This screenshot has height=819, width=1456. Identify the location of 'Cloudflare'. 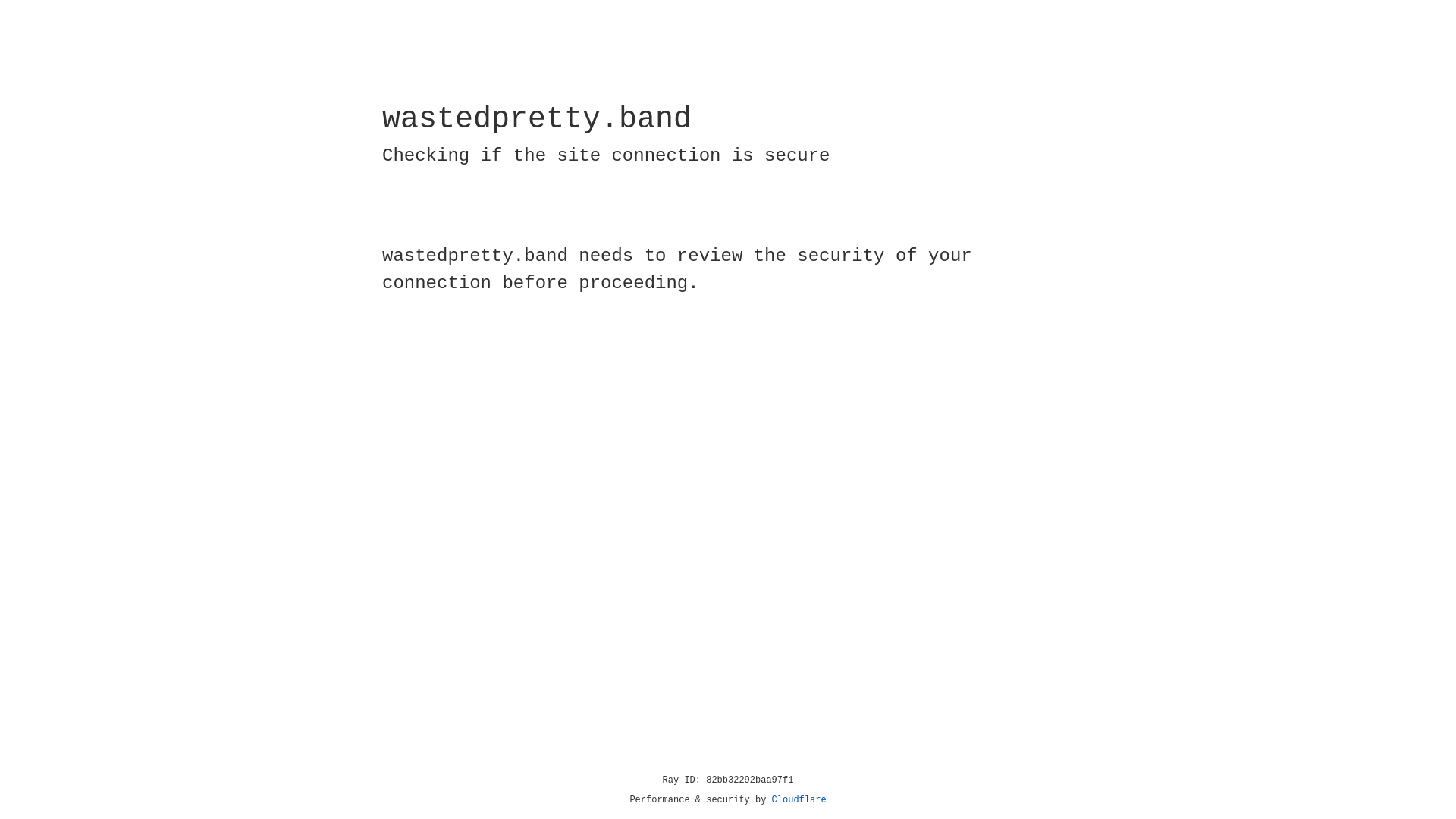
(799, 799).